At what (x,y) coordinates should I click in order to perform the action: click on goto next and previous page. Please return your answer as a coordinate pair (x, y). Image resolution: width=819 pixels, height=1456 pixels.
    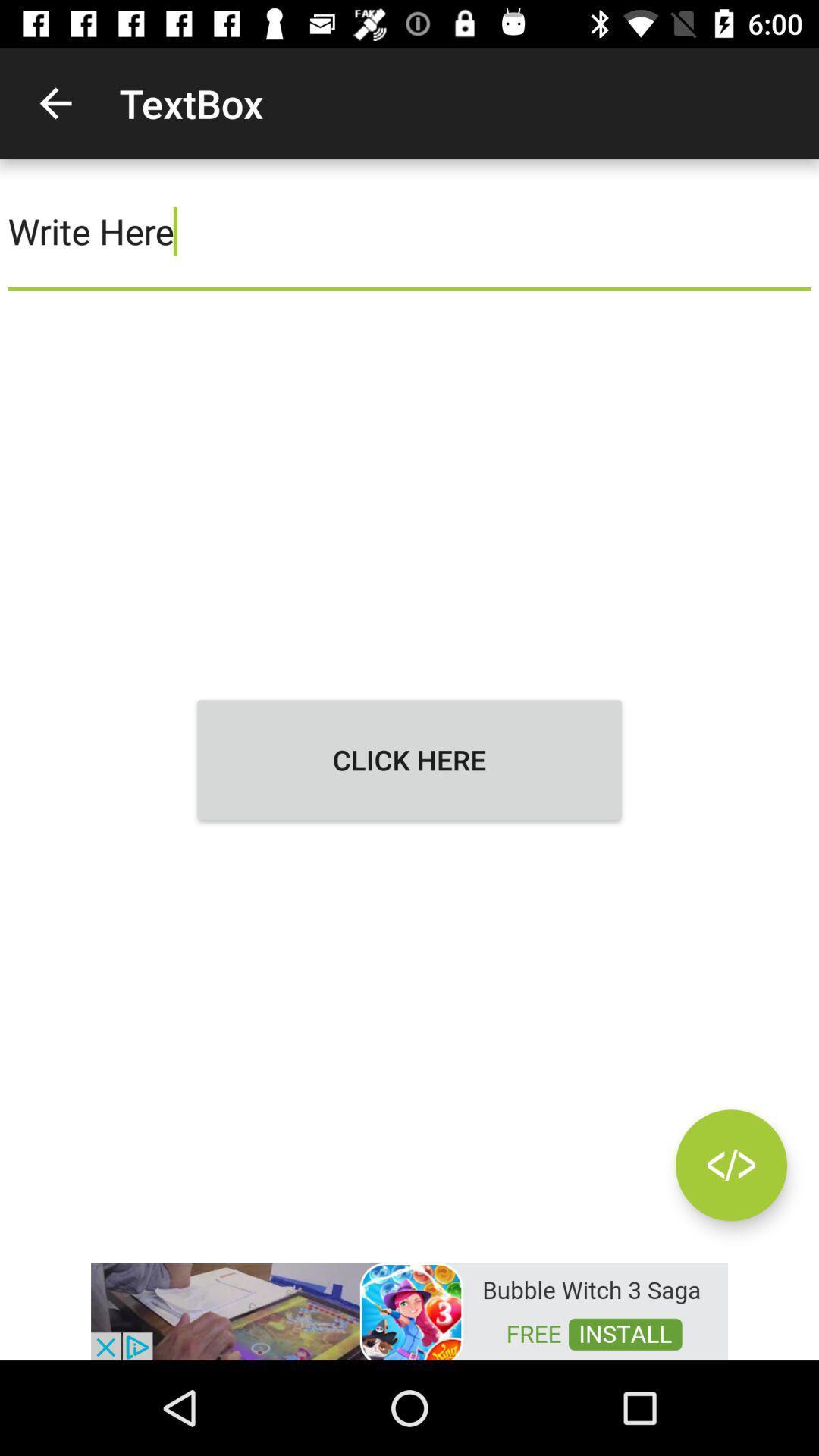
    Looking at the image, I should click on (730, 1164).